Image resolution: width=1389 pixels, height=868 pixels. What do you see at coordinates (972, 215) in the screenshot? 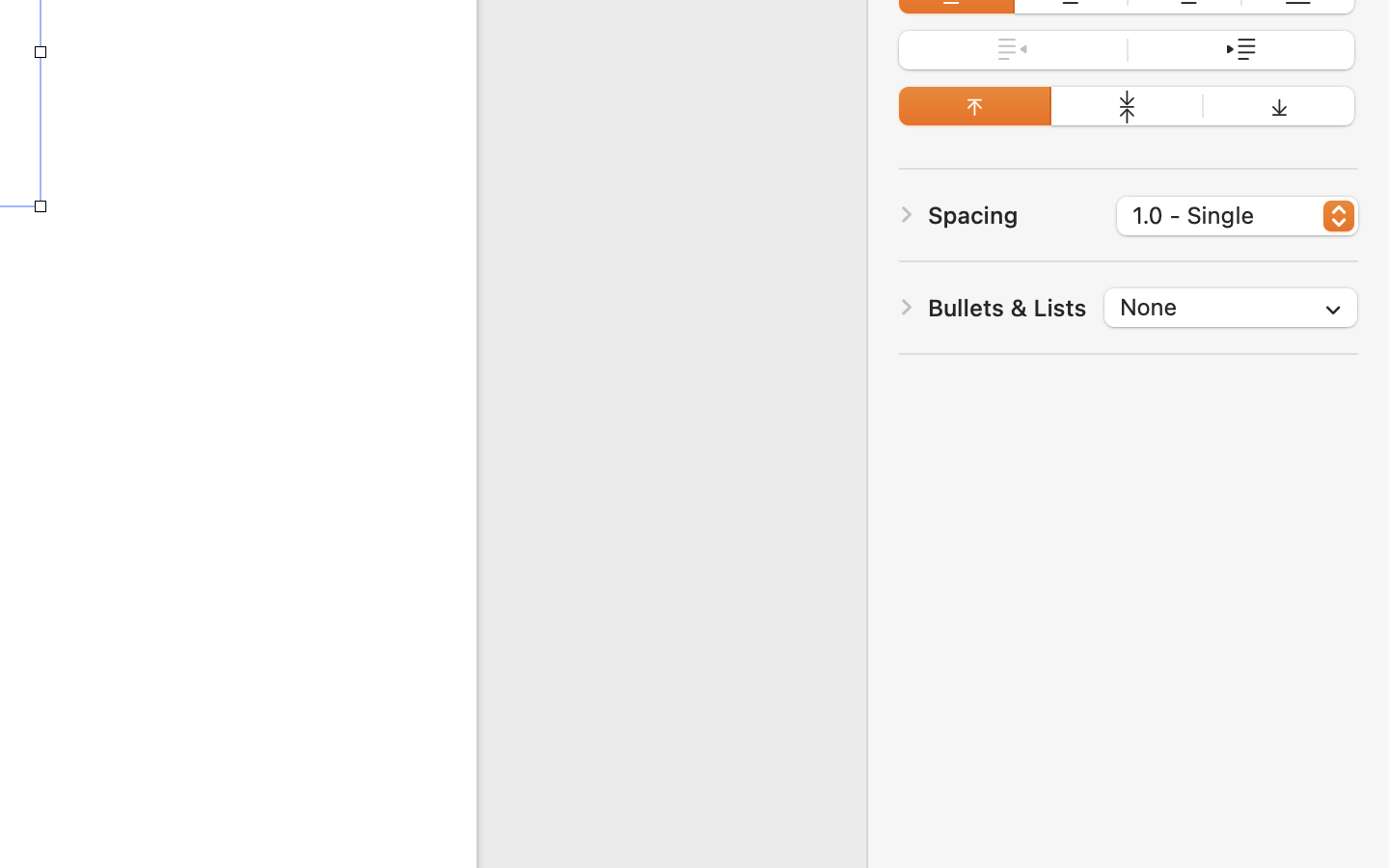
I see `'Spacing'` at bounding box center [972, 215].